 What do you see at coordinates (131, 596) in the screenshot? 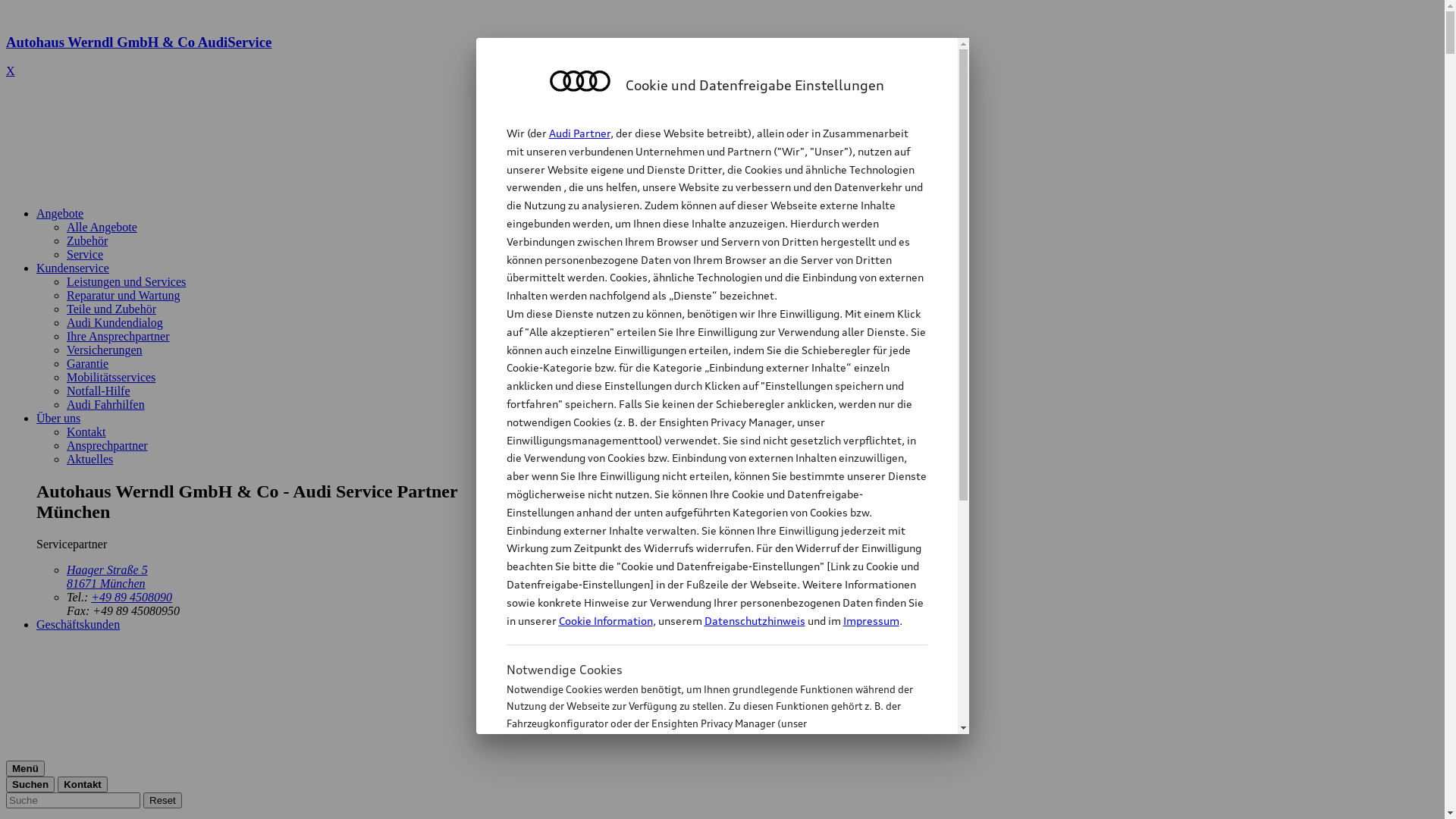
I see `'+49 89 4508090'` at bounding box center [131, 596].